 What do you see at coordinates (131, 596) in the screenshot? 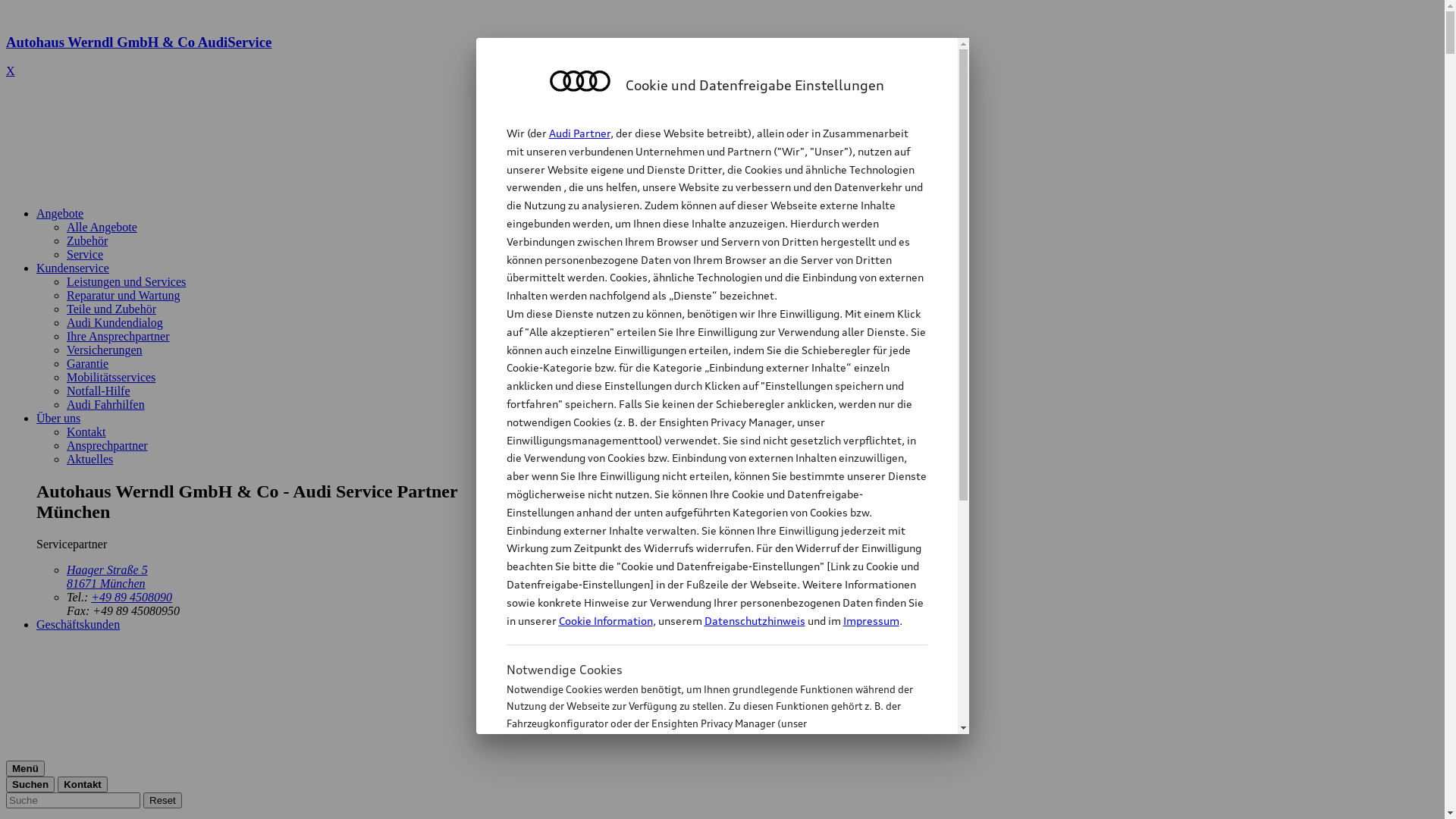
I see `'+49 89 4508090'` at bounding box center [131, 596].